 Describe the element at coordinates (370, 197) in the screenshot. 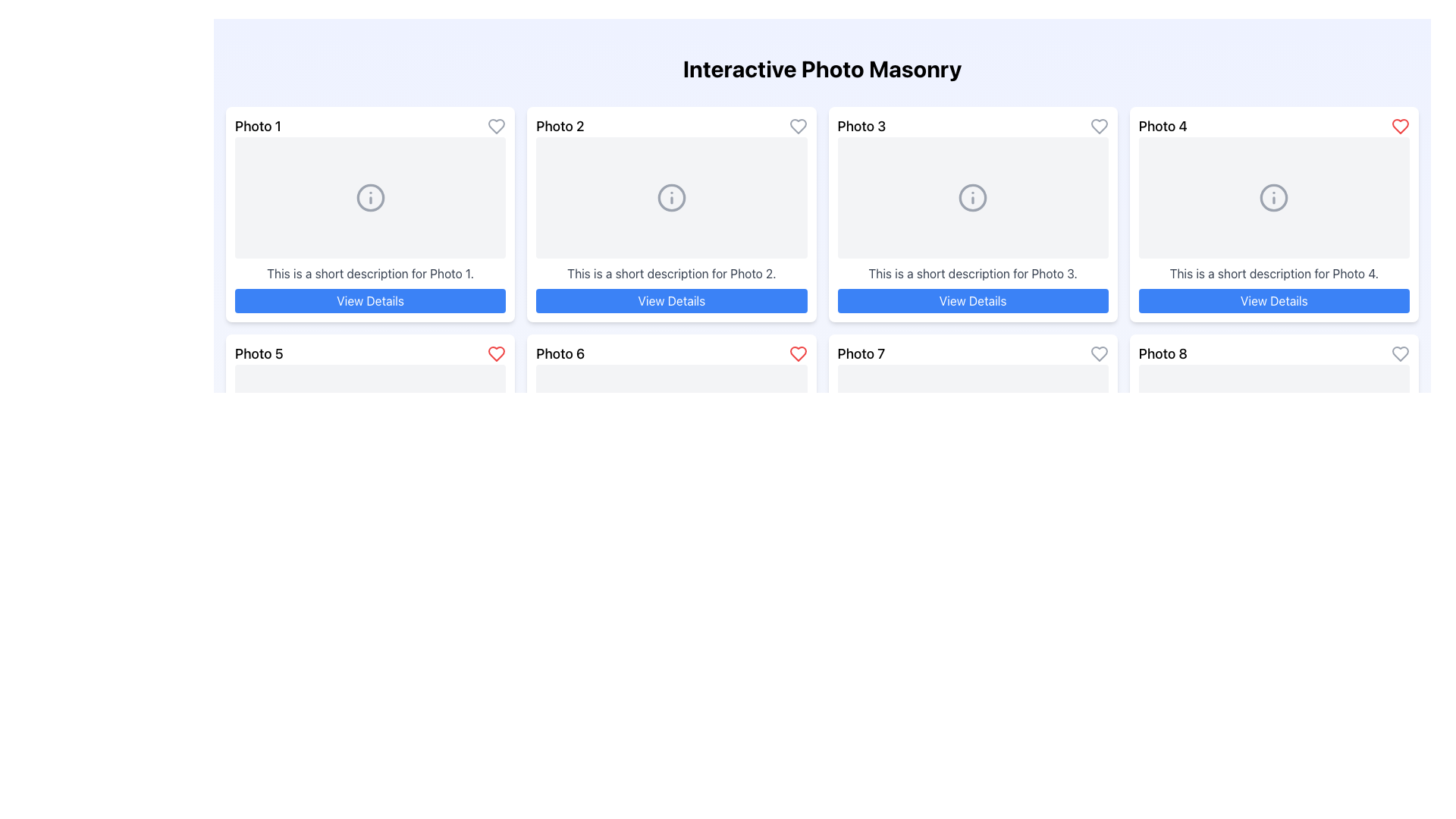

I see `the innermost circular shape of the info icon located in the top-left corner of the photo grid for 'Photo 1'` at that location.